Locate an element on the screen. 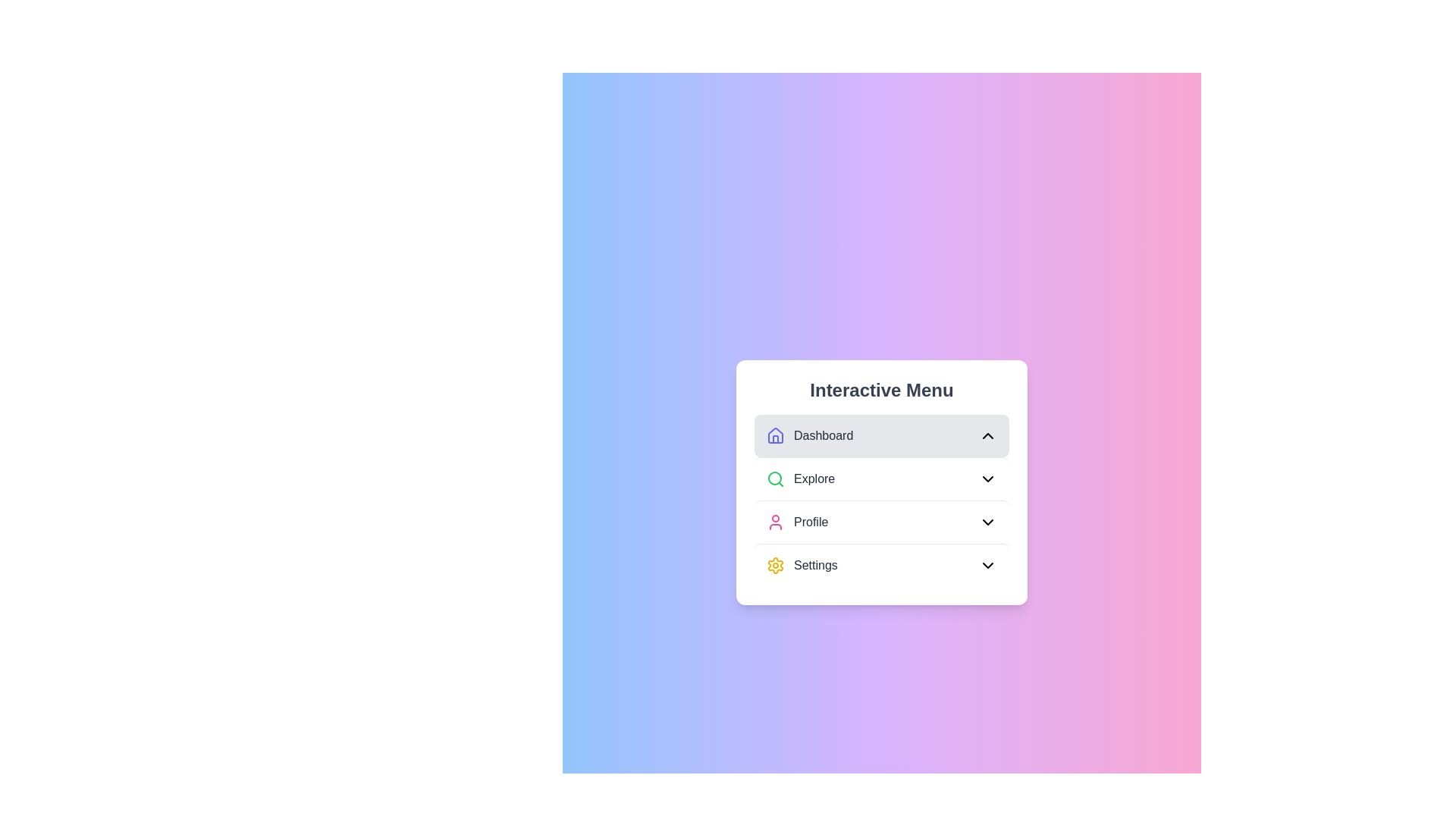 This screenshot has width=1456, height=819. the menu item Profile to activate it is located at coordinates (881, 520).